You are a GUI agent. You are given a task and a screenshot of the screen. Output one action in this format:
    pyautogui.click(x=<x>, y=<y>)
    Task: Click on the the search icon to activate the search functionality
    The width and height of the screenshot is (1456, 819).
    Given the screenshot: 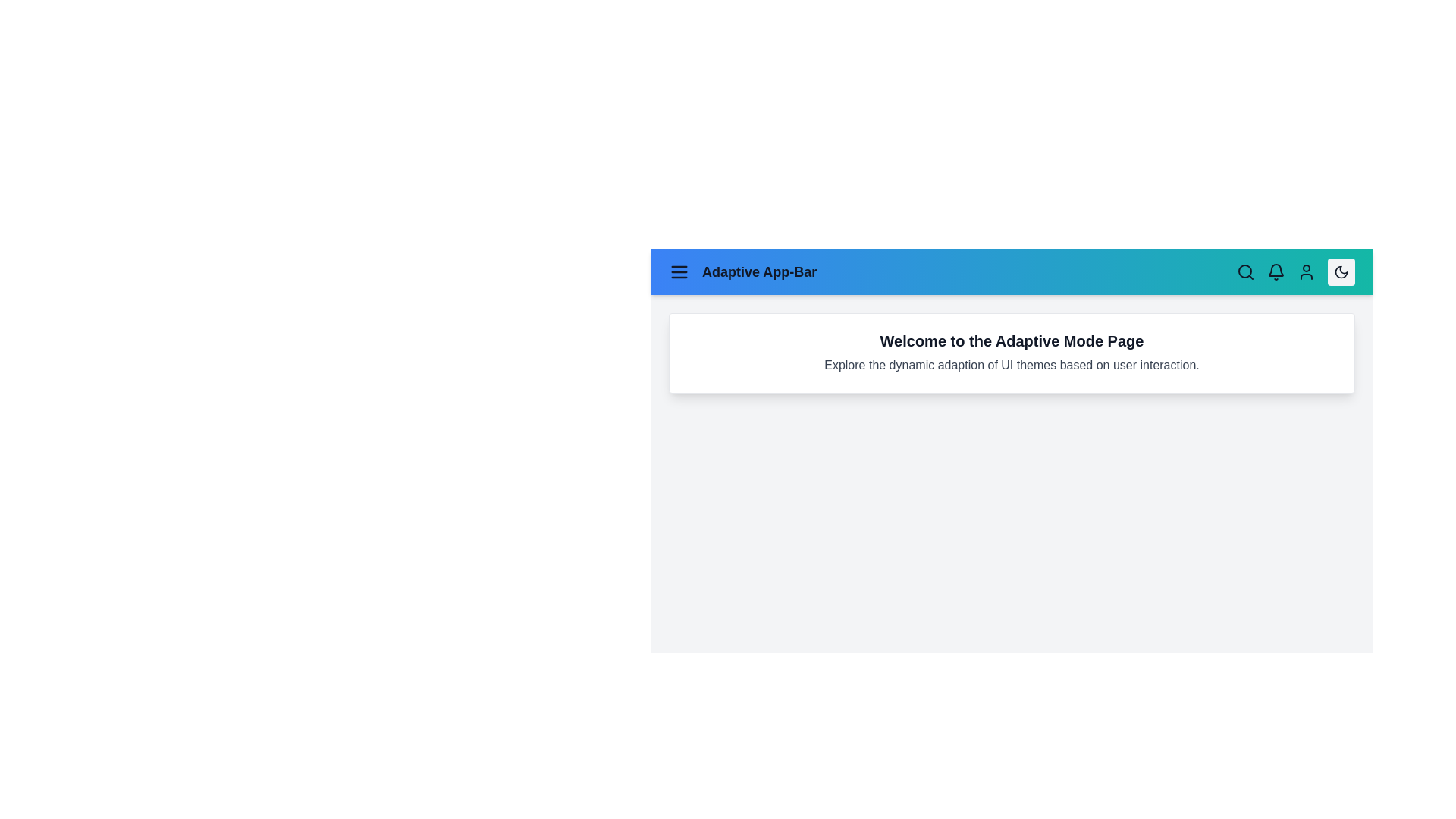 What is the action you would take?
    pyautogui.click(x=1245, y=271)
    